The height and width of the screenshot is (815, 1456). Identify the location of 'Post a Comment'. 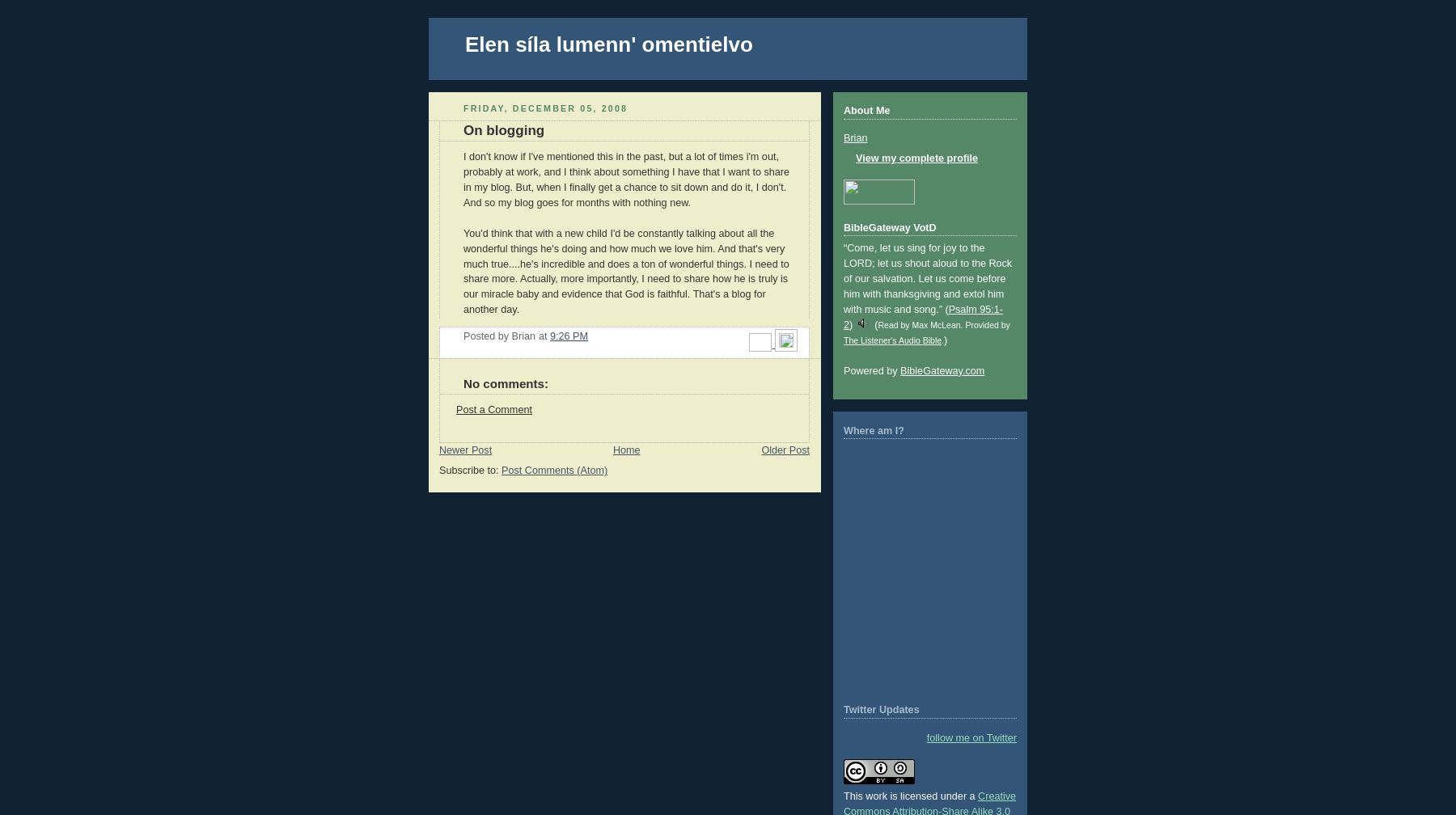
(455, 409).